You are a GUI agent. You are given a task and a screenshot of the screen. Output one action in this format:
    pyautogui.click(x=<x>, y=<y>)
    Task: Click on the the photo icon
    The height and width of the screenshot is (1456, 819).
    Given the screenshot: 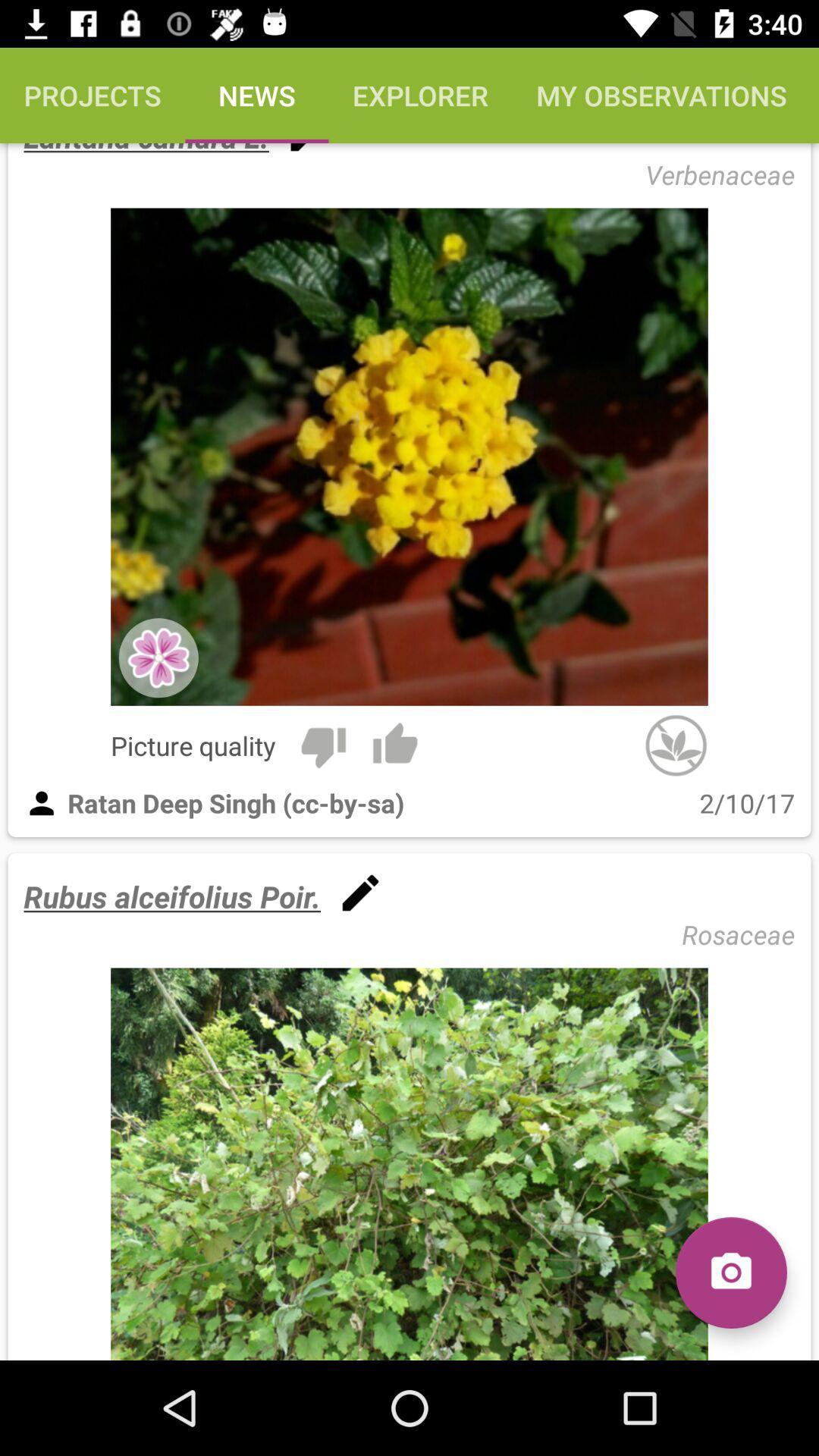 What is the action you would take?
    pyautogui.click(x=730, y=1272)
    